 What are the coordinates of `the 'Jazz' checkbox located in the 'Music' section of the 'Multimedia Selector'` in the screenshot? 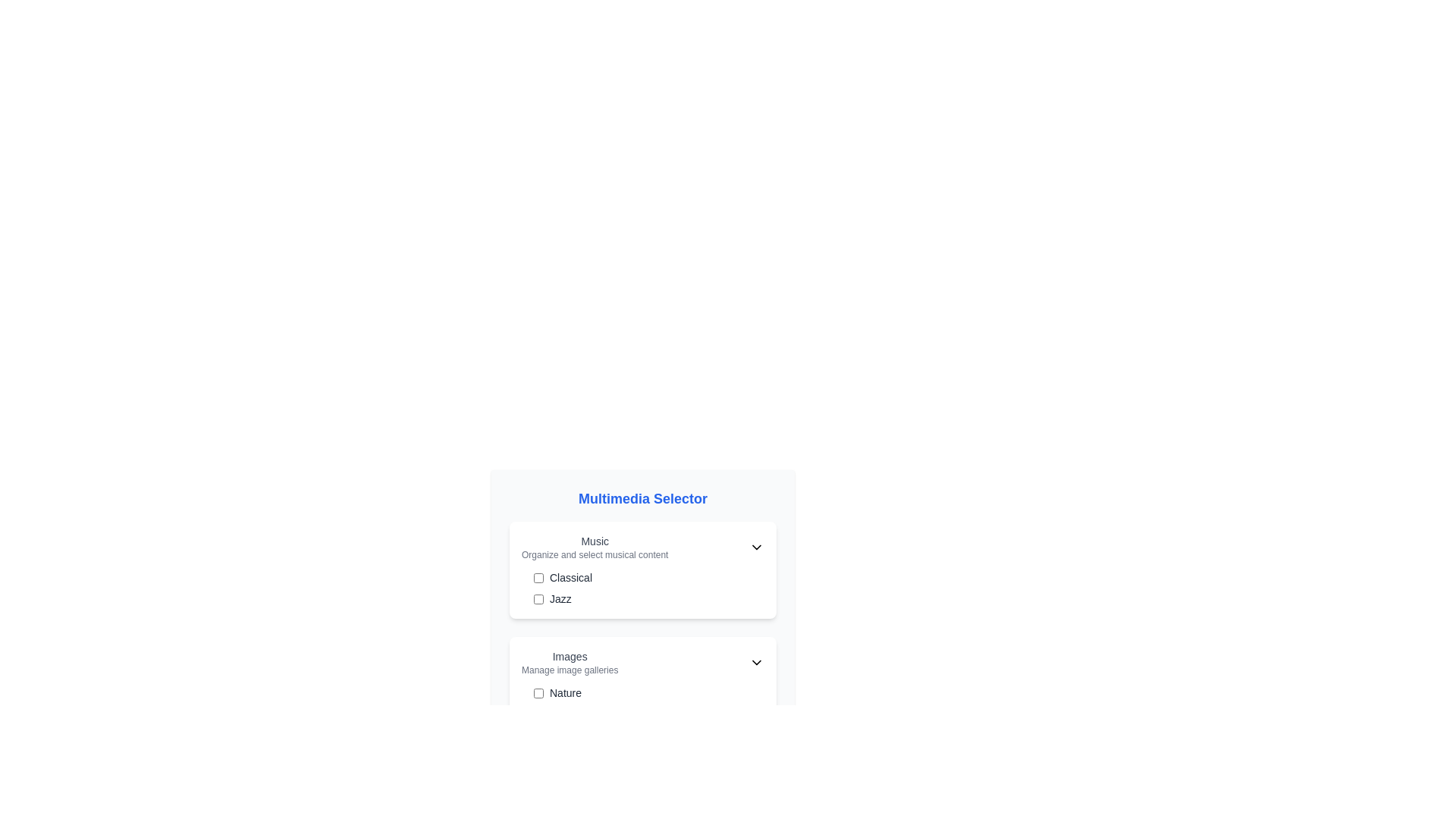 It's located at (538, 598).